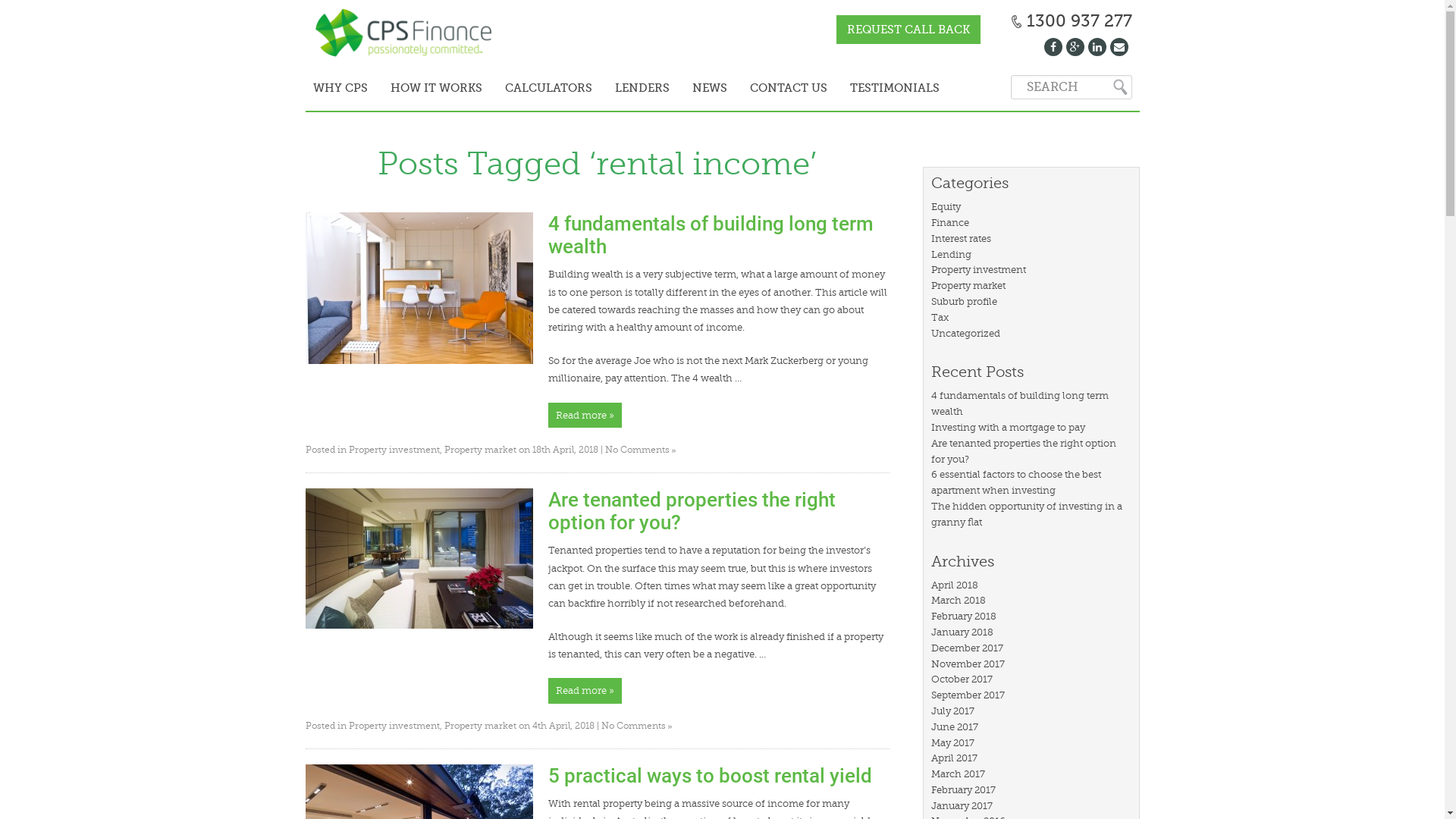  Describe the element at coordinates (950, 253) in the screenshot. I see `'Lending'` at that location.